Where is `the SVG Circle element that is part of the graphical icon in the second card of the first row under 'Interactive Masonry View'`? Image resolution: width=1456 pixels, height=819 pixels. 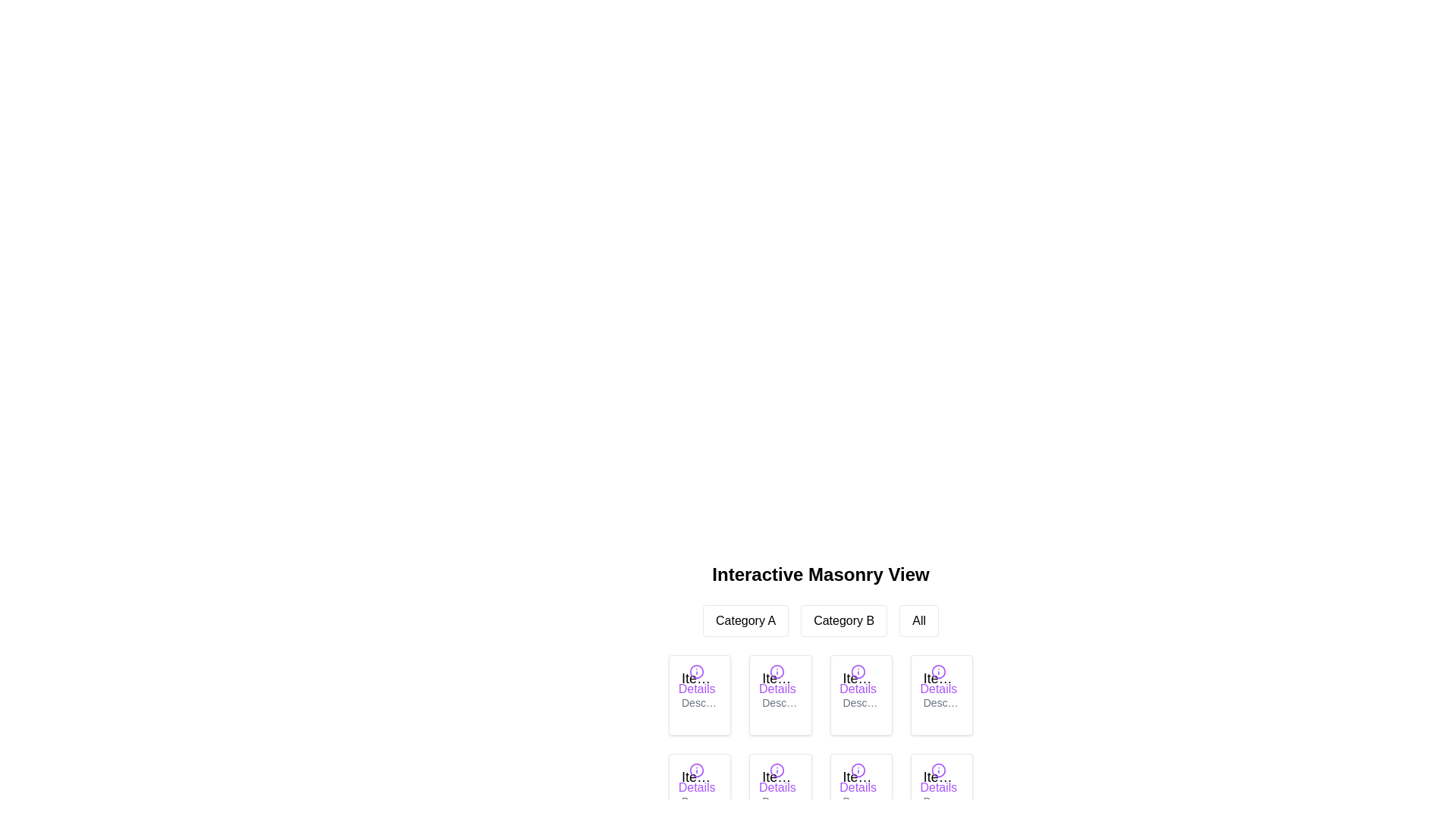 the SVG Circle element that is part of the graphical icon in the second card of the first row under 'Interactive Masonry View' is located at coordinates (777, 670).